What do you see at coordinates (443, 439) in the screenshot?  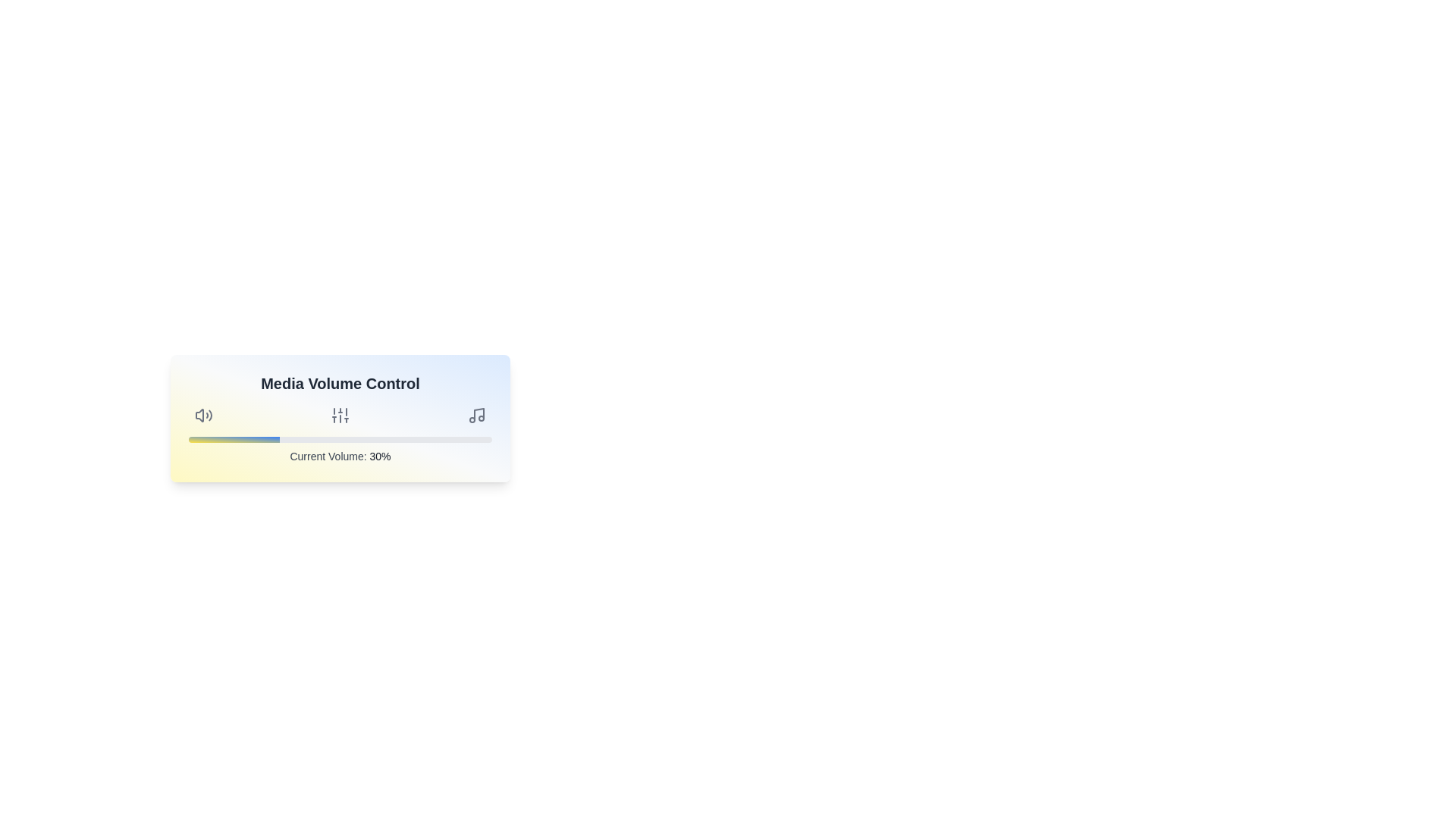 I see `the volume` at bounding box center [443, 439].